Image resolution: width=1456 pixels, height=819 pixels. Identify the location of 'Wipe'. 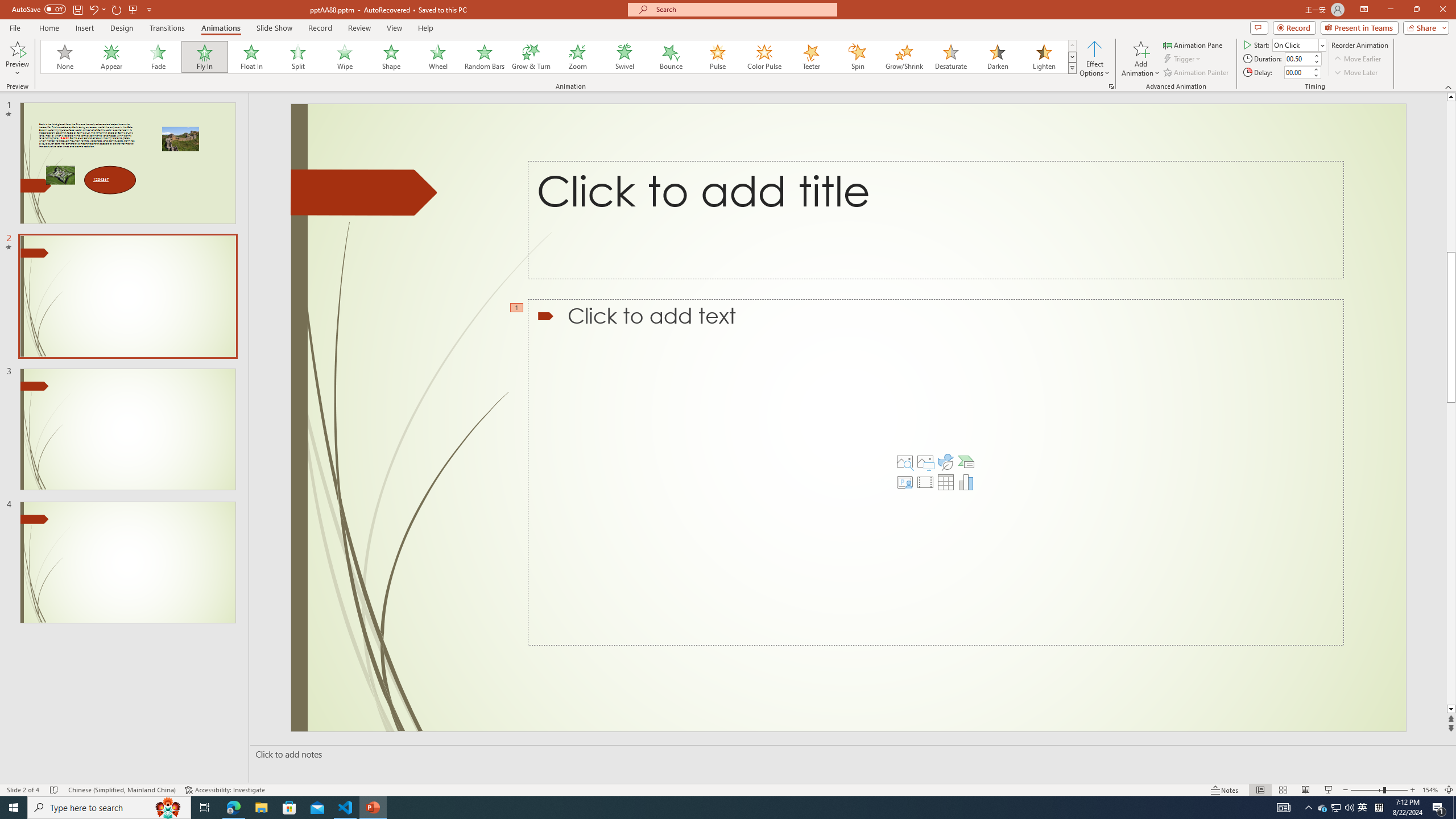
(345, 56).